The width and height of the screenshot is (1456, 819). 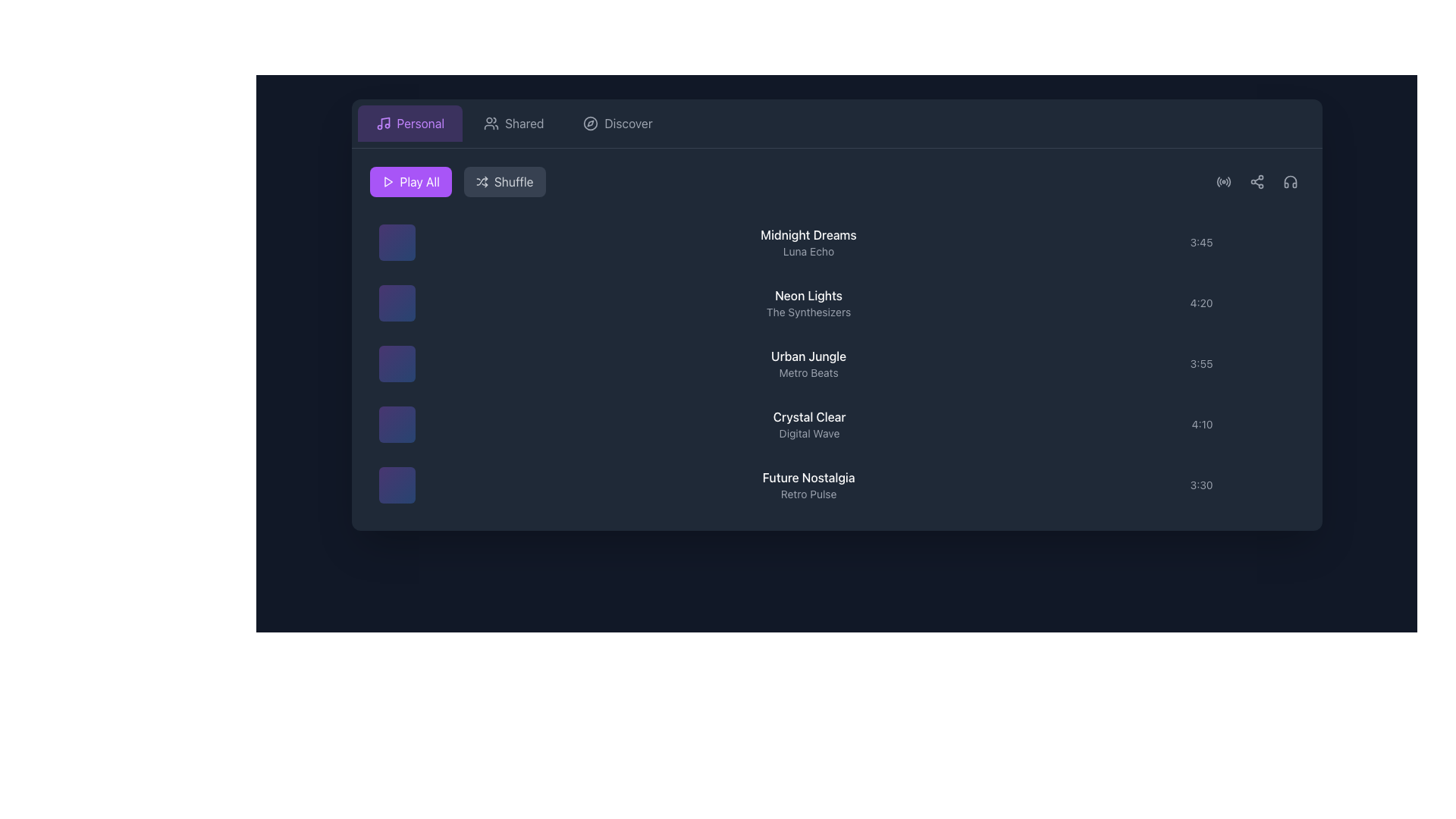 I want to click on the 'Discover' text label, which is displayed in light gray font and positioned in the horizontal navigation at the top of the interface, so click(x=629, y=122).